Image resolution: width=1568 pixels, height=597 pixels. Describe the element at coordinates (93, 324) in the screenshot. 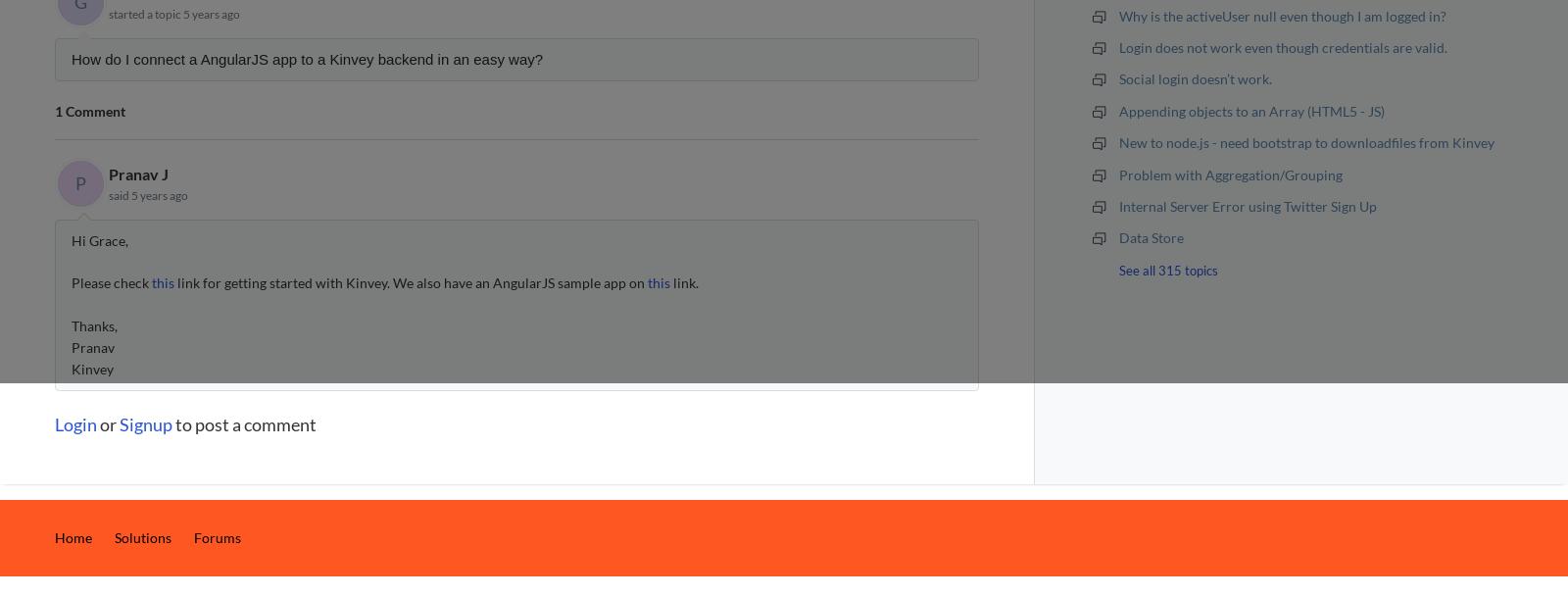

I see `'Thanks,'` at that location.